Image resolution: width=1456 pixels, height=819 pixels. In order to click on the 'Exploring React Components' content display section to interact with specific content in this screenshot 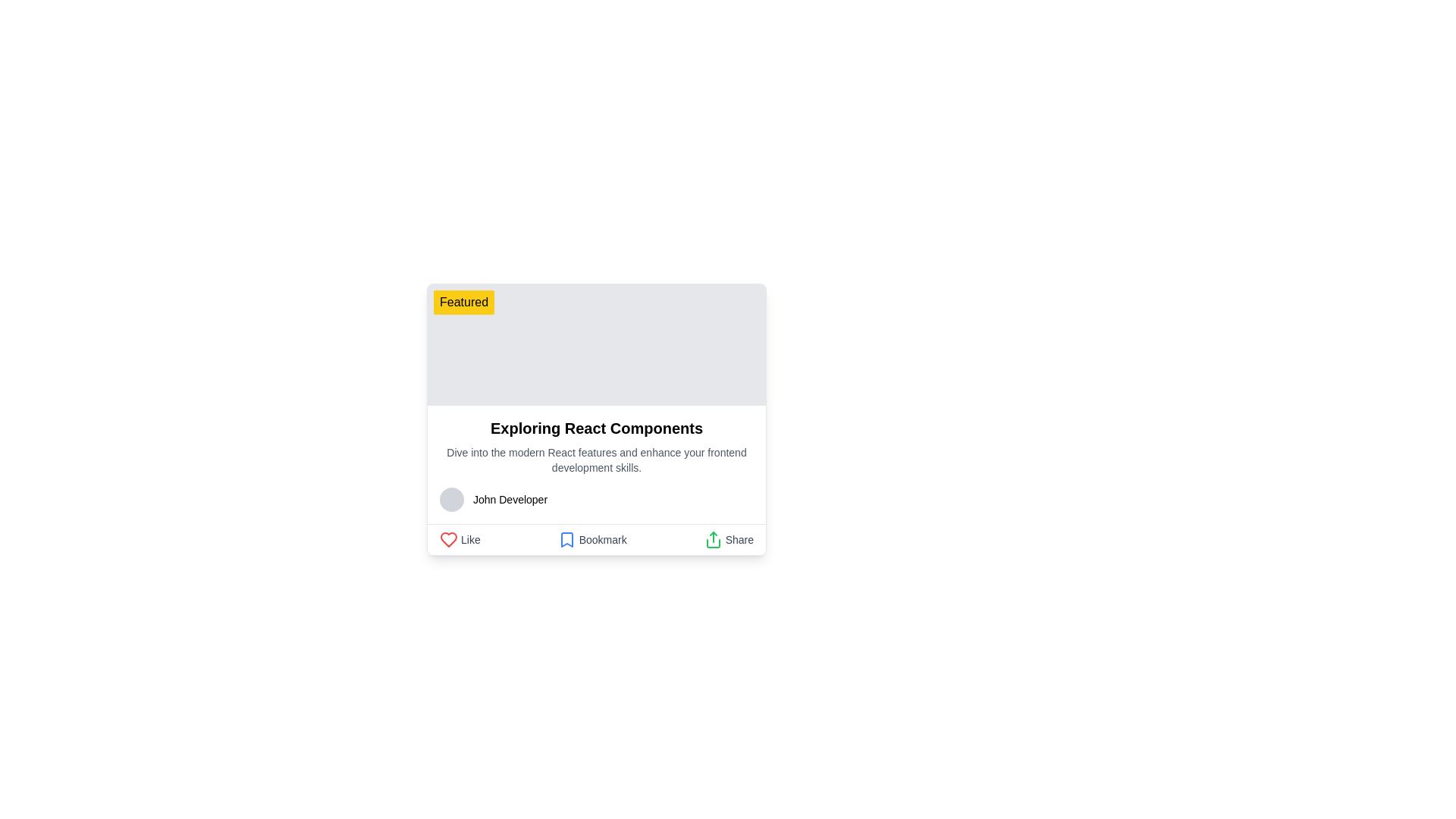, I will do `click(596, 464)`.